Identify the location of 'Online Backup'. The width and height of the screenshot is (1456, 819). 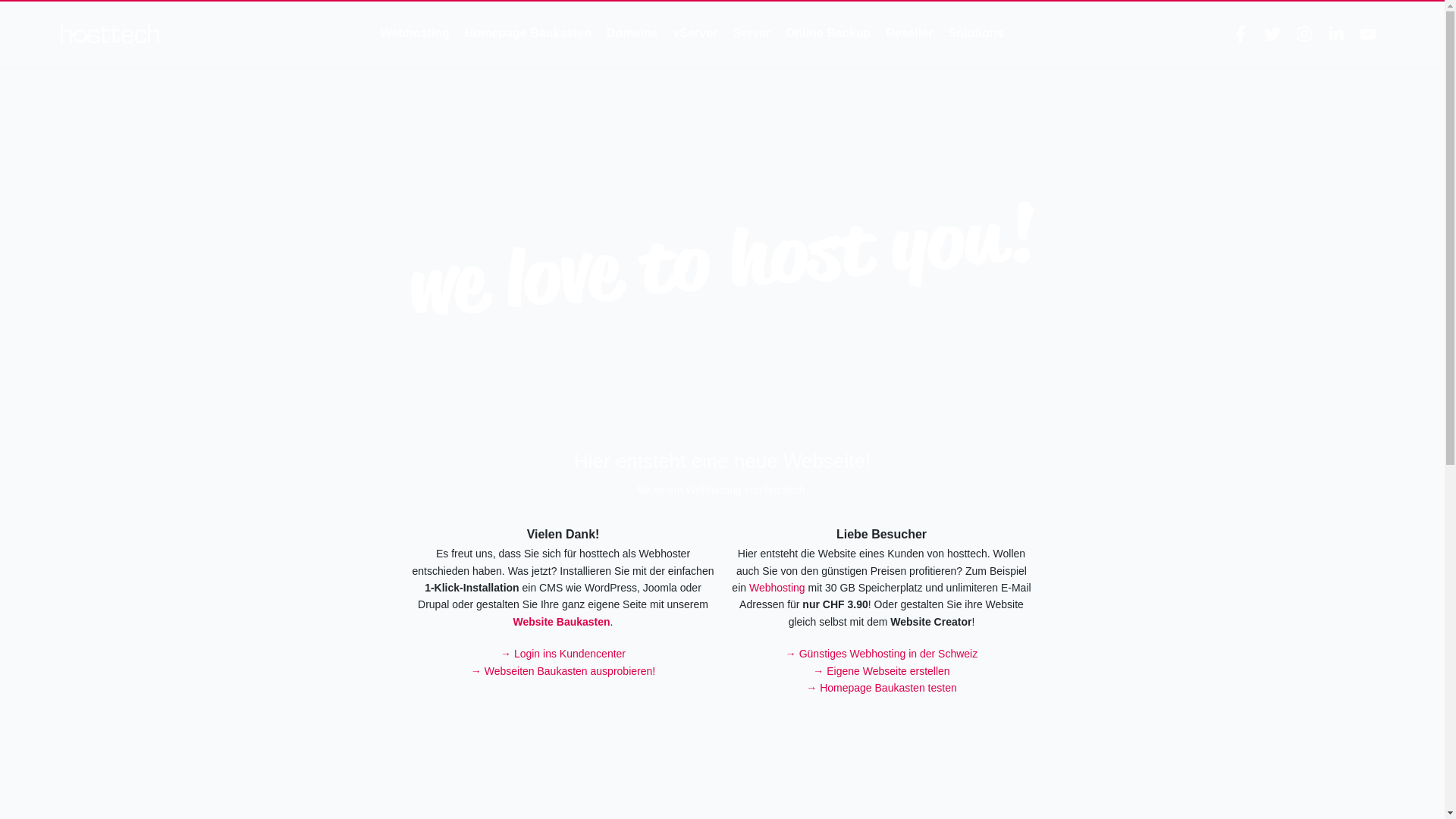
(827, 33).